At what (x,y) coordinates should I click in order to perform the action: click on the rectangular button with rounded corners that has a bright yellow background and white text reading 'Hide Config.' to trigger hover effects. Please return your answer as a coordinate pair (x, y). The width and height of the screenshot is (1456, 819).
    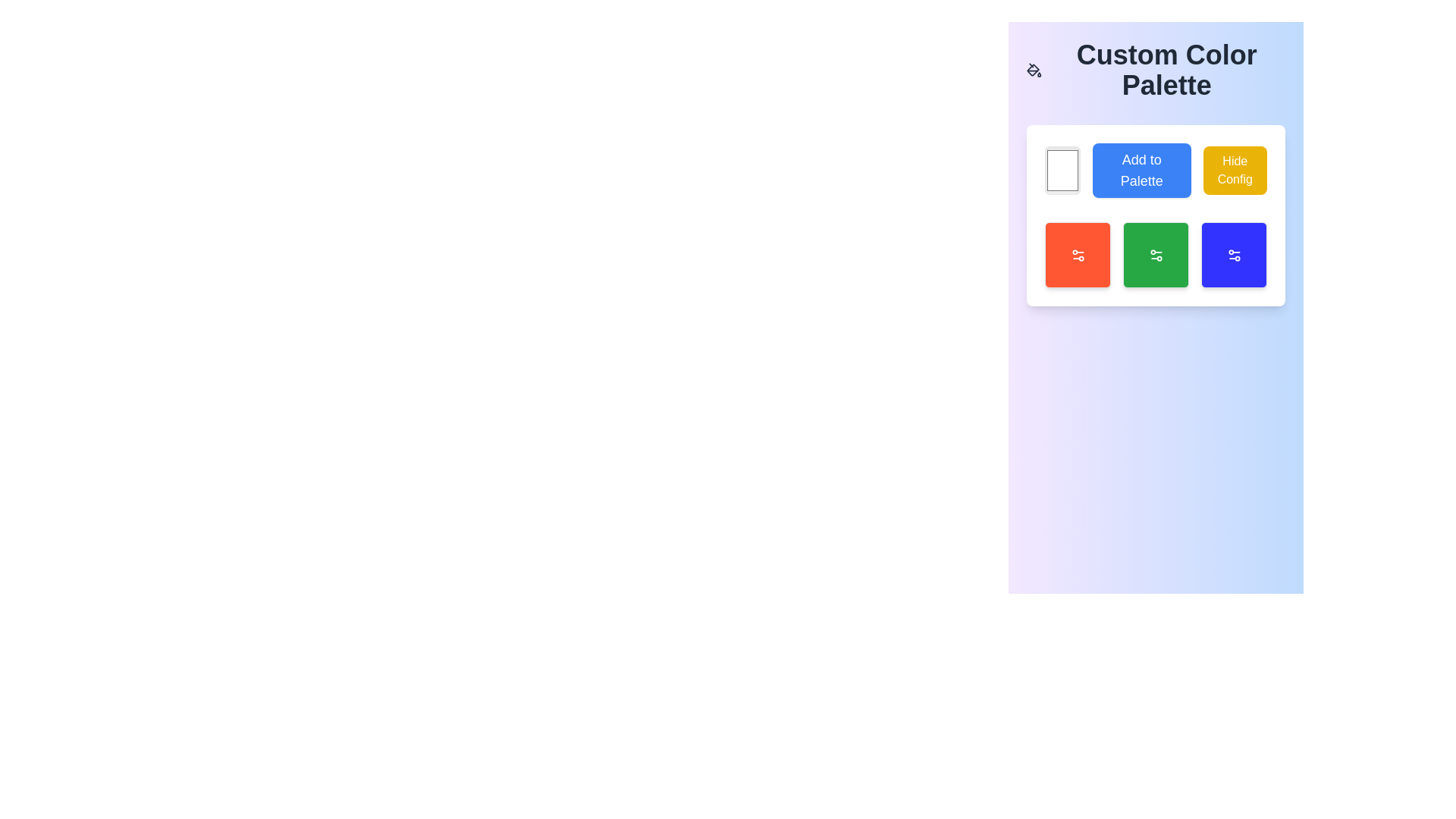
    Looking at the image, I should click on (1235, 170).